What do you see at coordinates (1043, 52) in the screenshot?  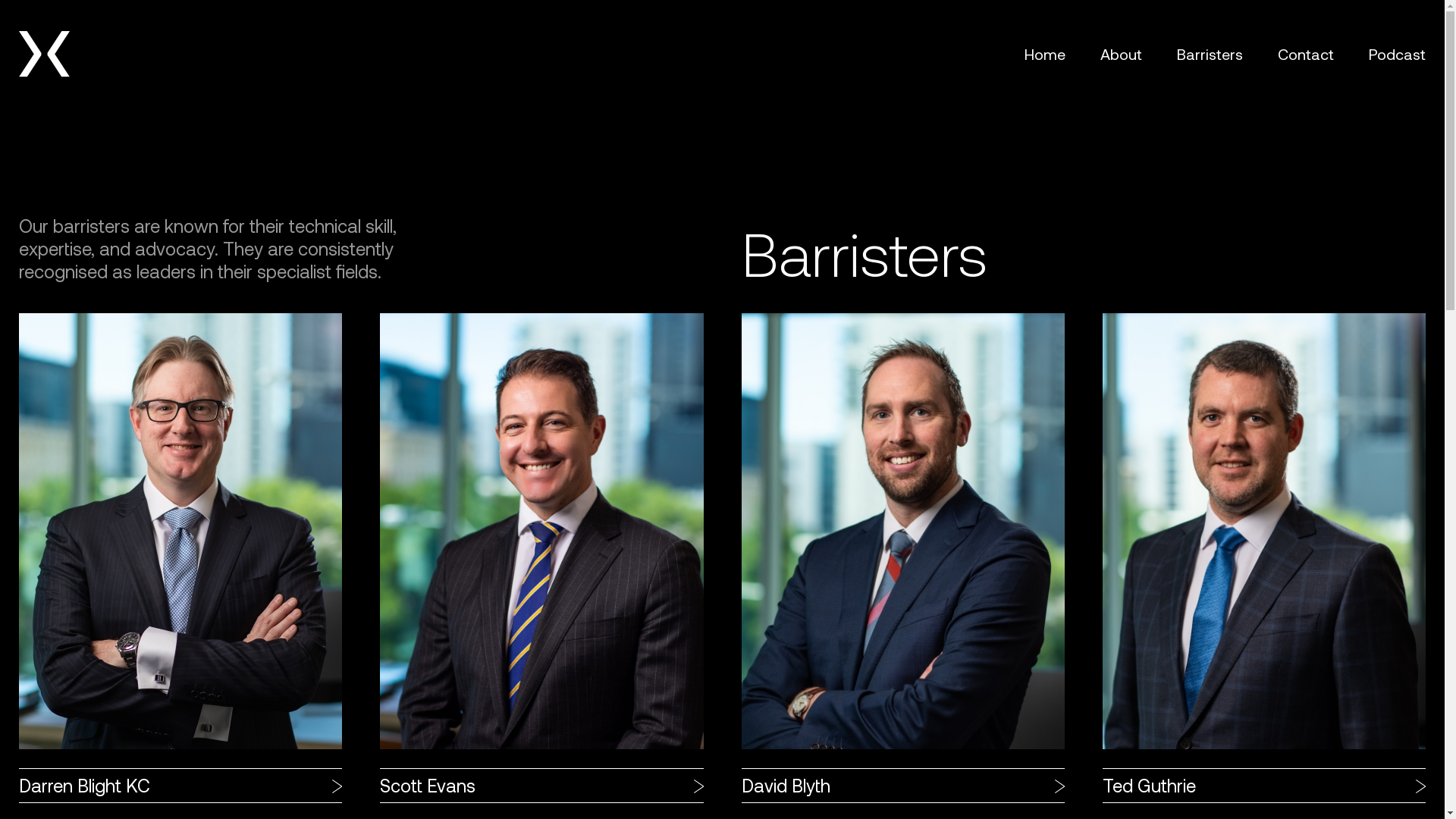 I see `'Home'` at bounding box center [1043, 52].